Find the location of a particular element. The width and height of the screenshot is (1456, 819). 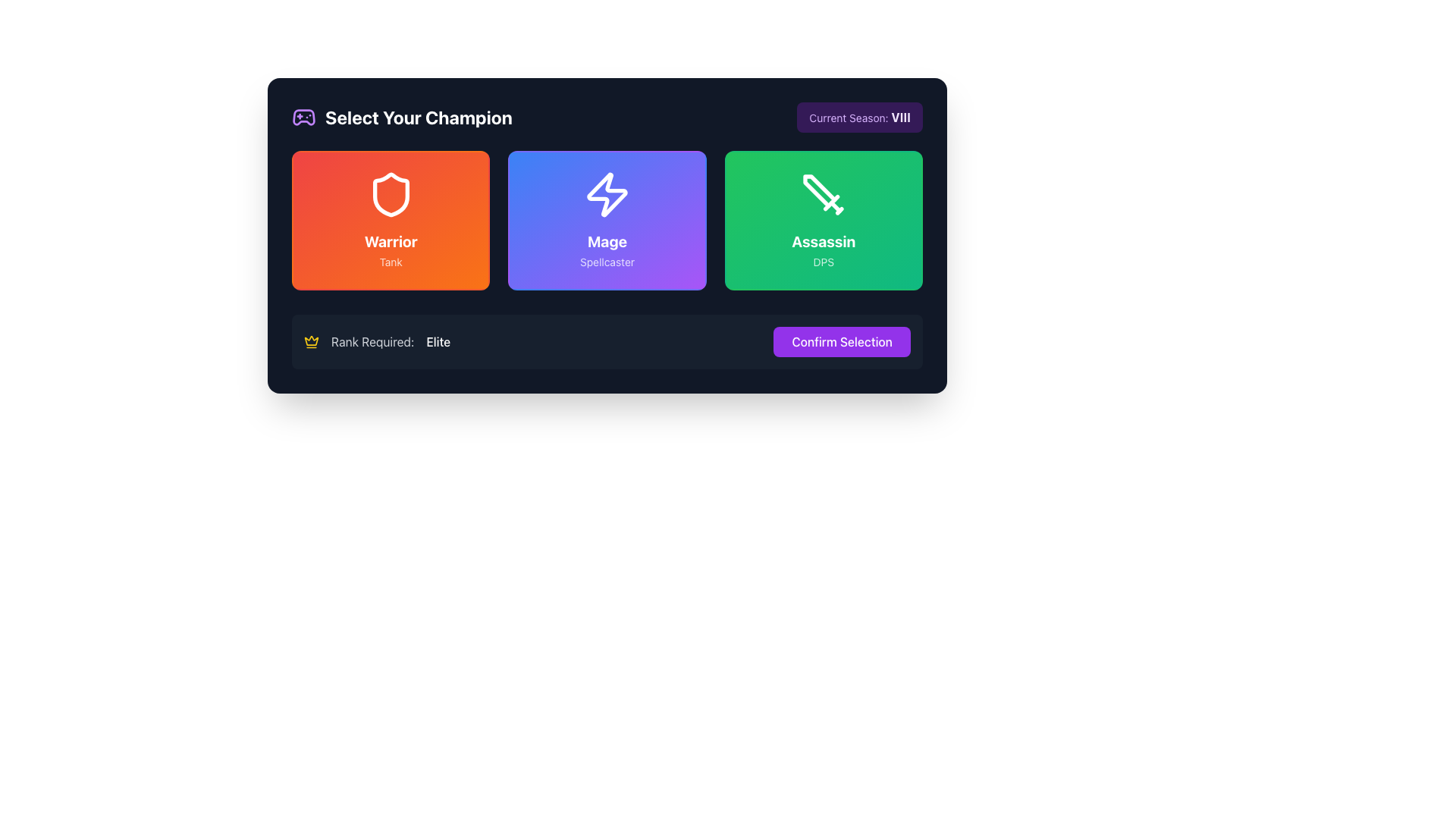

the 'Warrior' selectable card for keyboard navigation in the game interface is located at coordinates (391, 220).